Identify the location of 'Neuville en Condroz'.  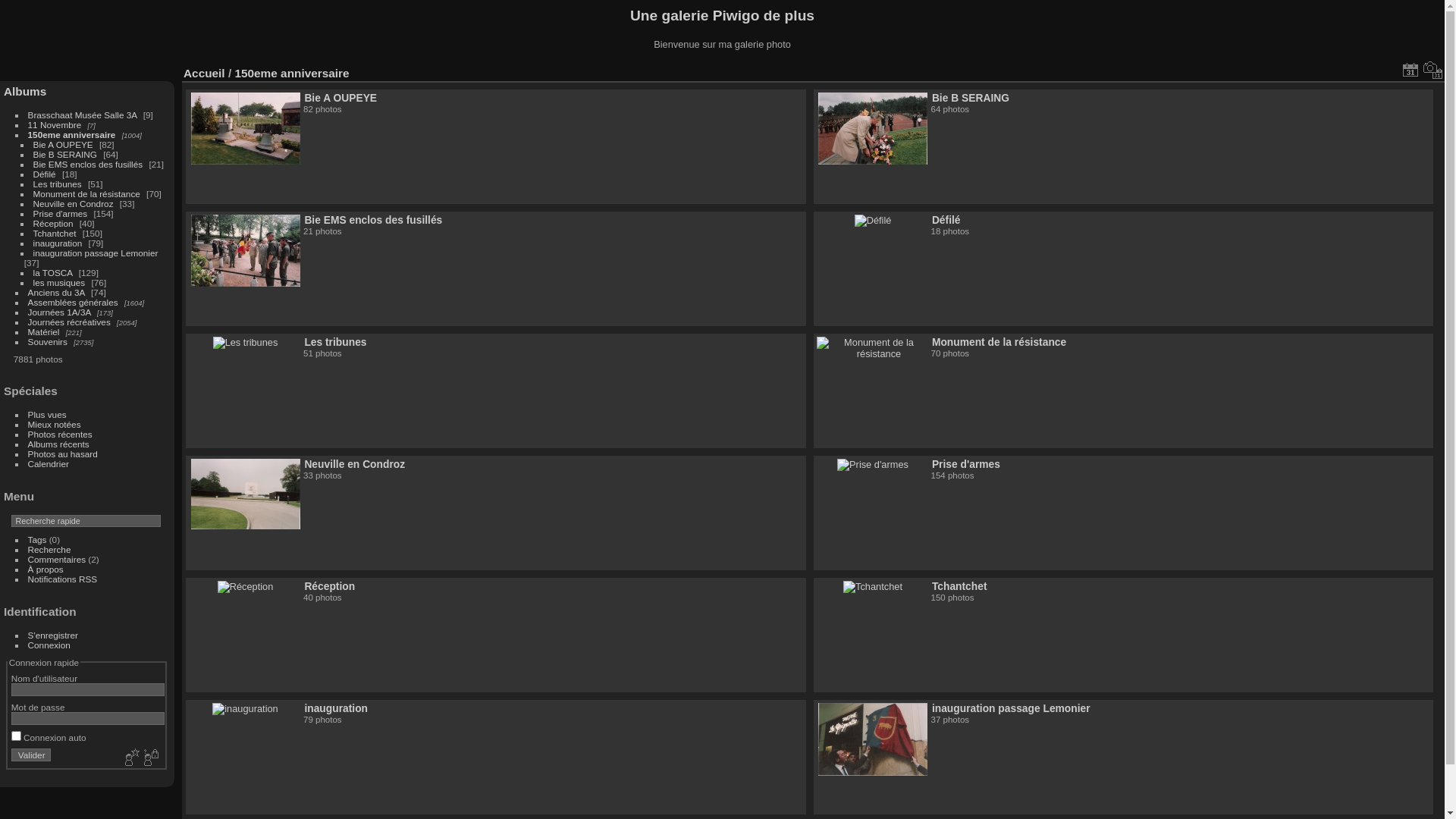
(353, 463).